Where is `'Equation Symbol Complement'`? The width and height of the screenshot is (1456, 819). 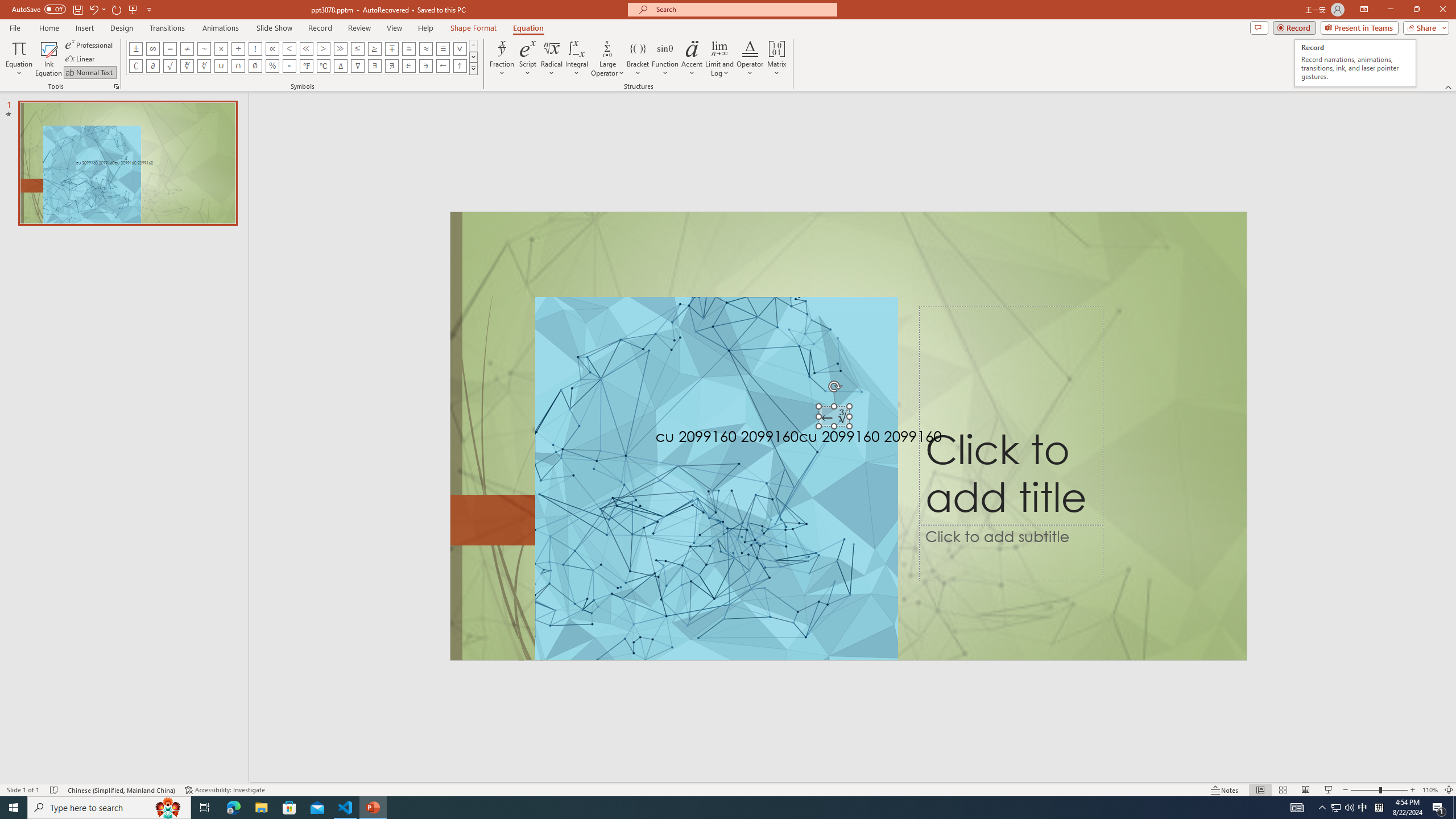 'Equation Symbol Complement' is located at coordinates (136, 65).